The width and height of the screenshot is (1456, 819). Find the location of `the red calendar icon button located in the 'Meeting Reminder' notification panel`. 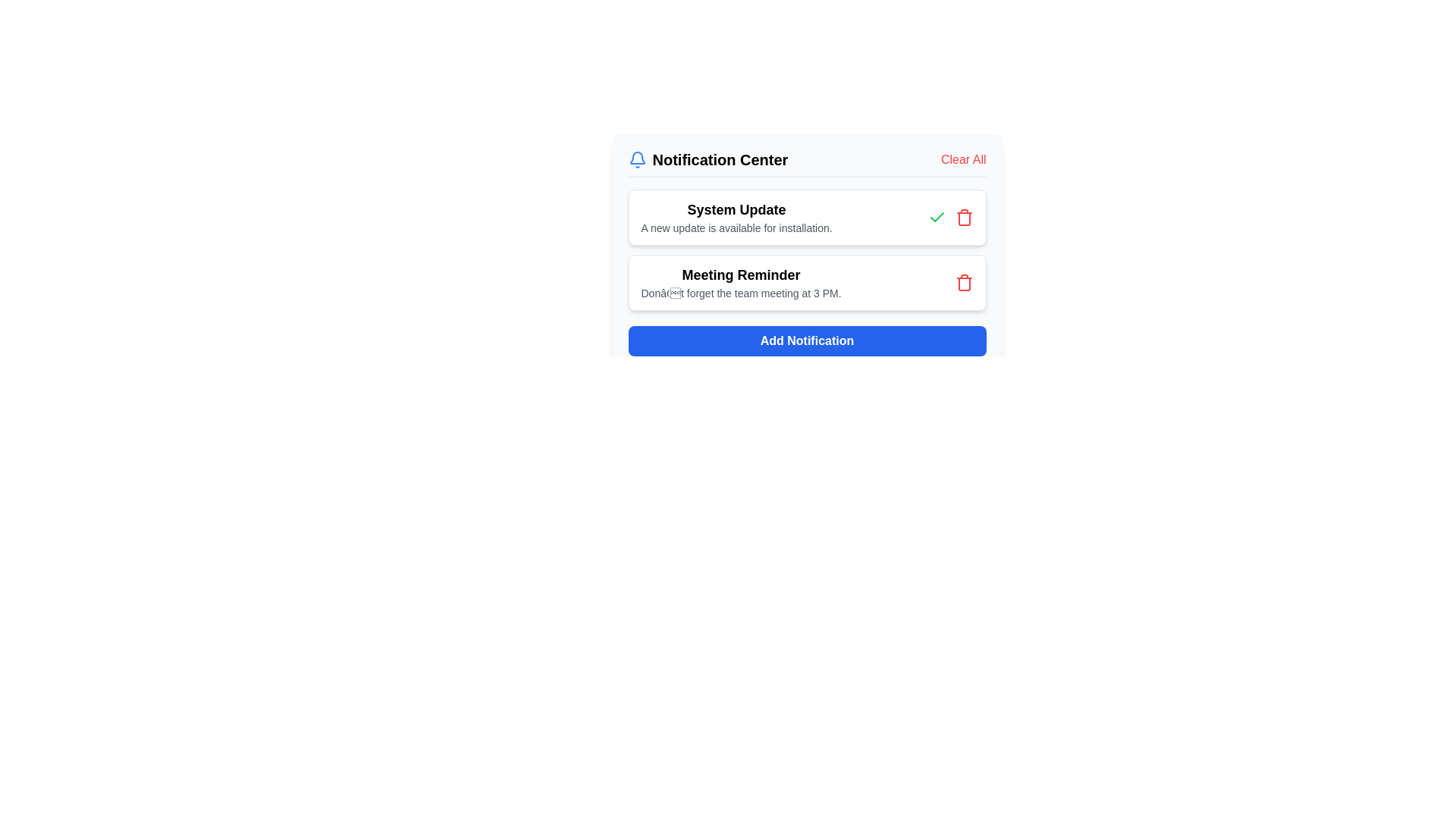

the red calendar icon button located in the 'Meeting Reminder' notification panel is located at coordinates (963, 283).